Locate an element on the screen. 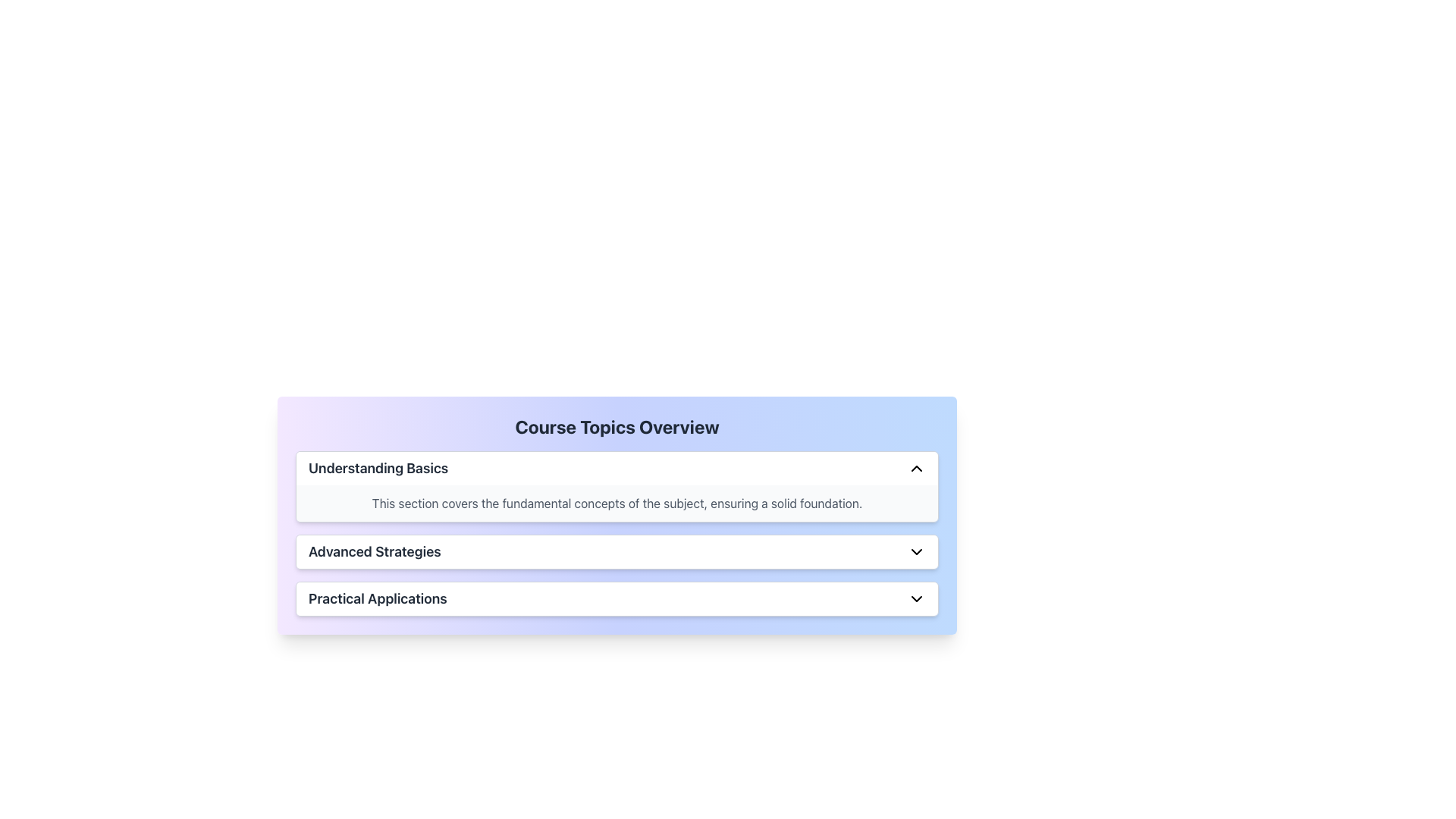  the 'Advanced Strategies' text label element, which is styled in bold and large font is located at coordinates (375, 552).